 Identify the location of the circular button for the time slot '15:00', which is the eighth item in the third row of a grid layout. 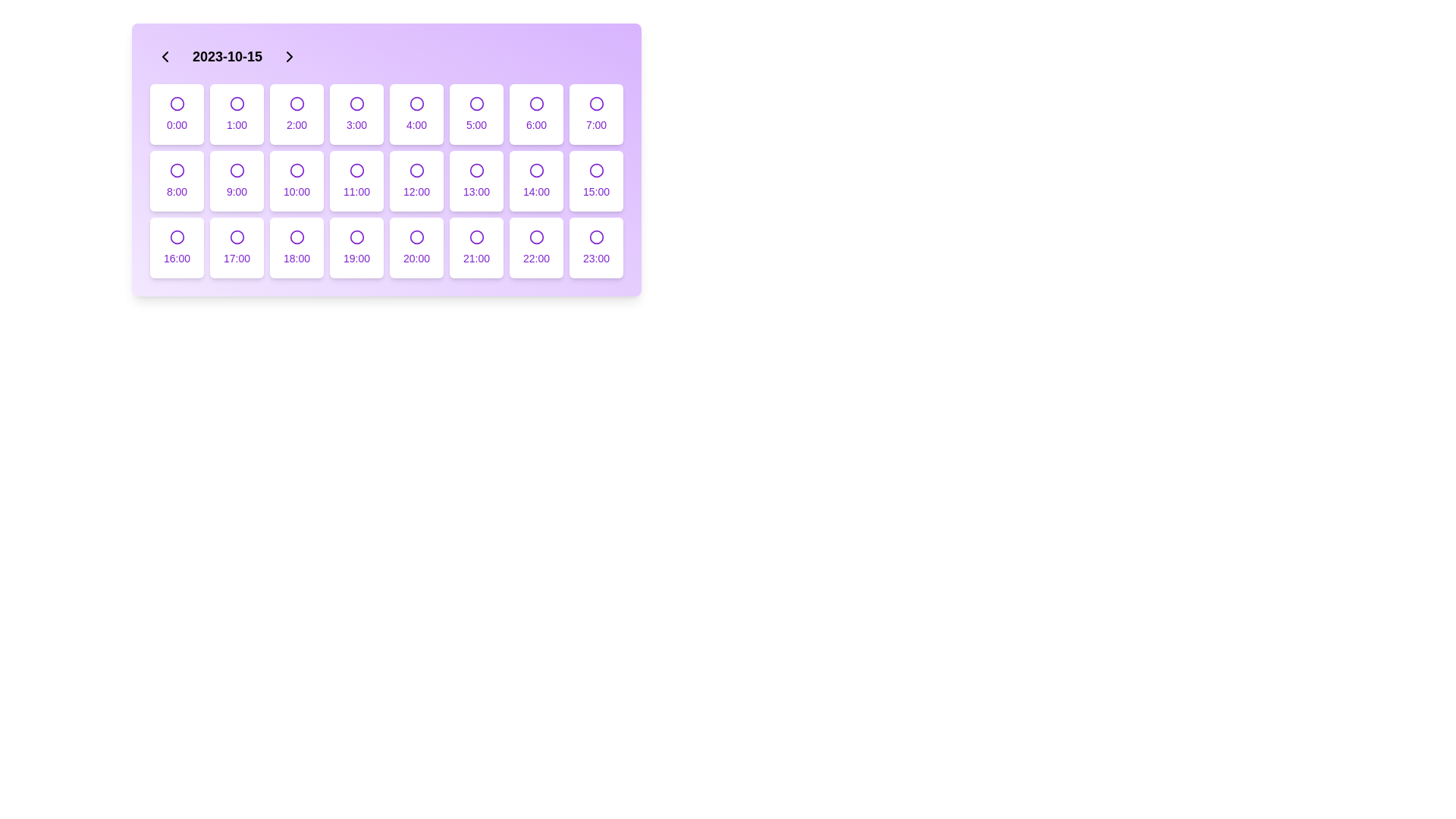
(595, 170).